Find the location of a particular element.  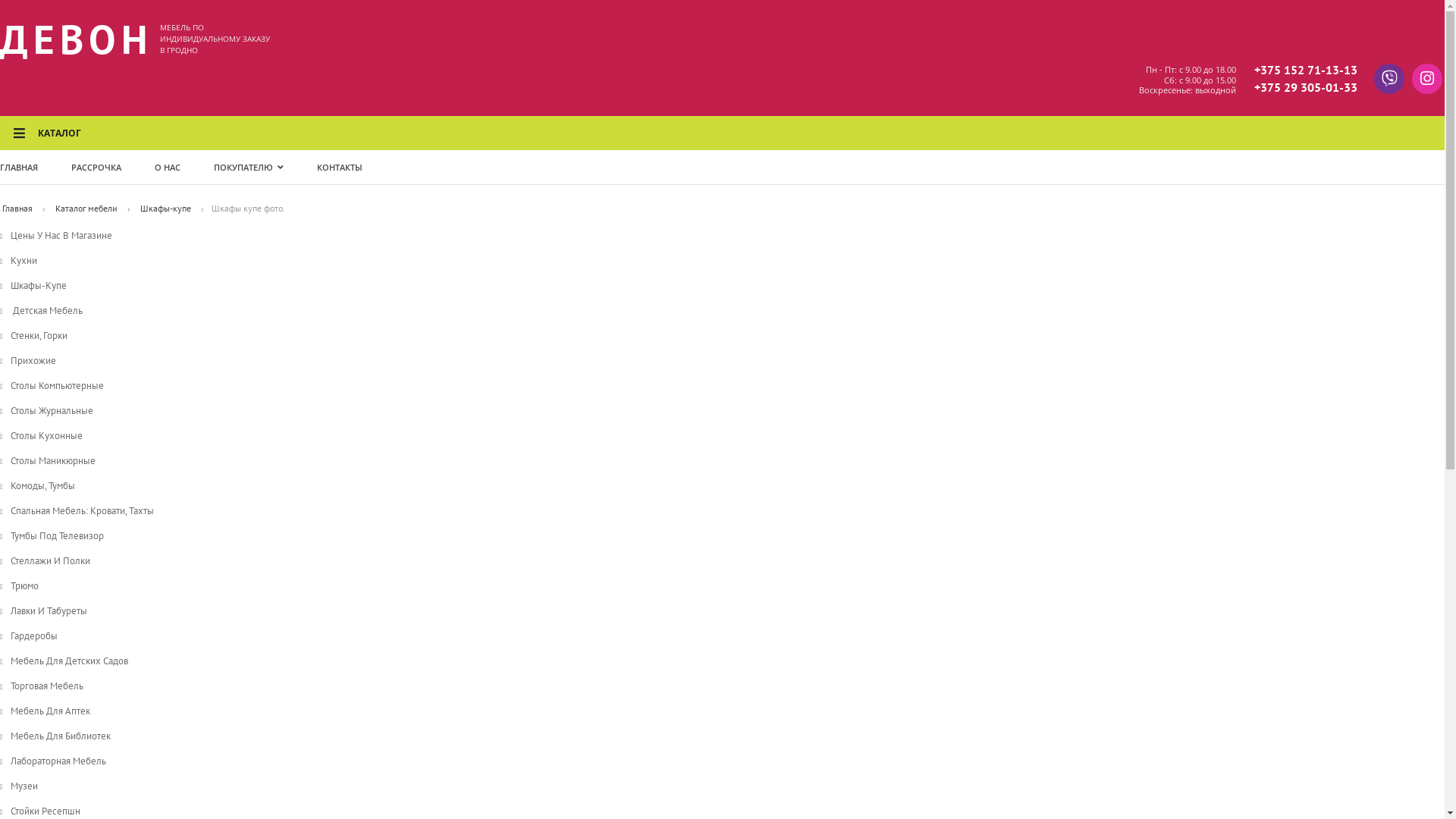

'+375 29 305-01-33' is located at coordinates (1305, 87).